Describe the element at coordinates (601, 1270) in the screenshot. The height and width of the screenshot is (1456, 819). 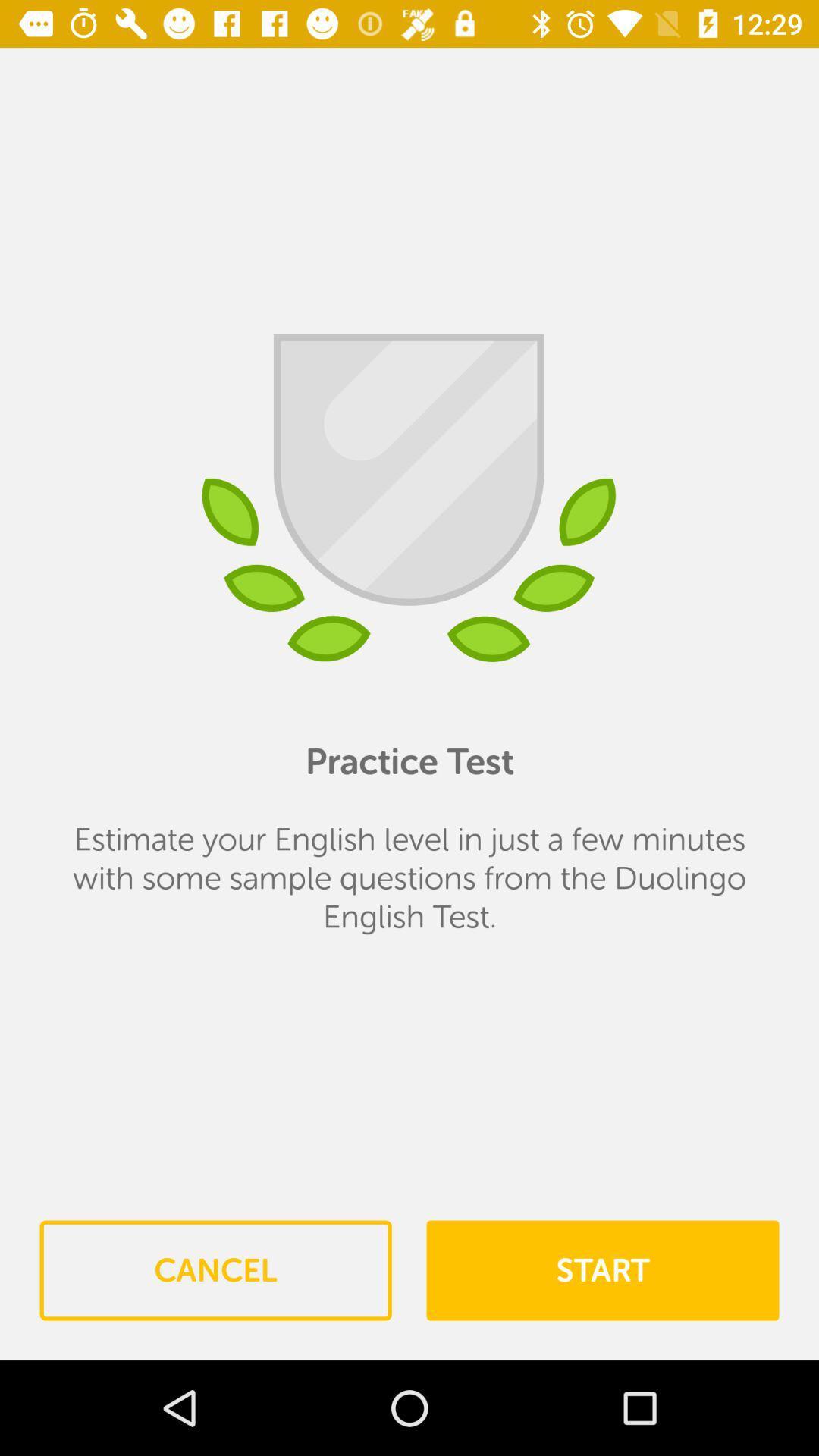
I see `the start` at that location.